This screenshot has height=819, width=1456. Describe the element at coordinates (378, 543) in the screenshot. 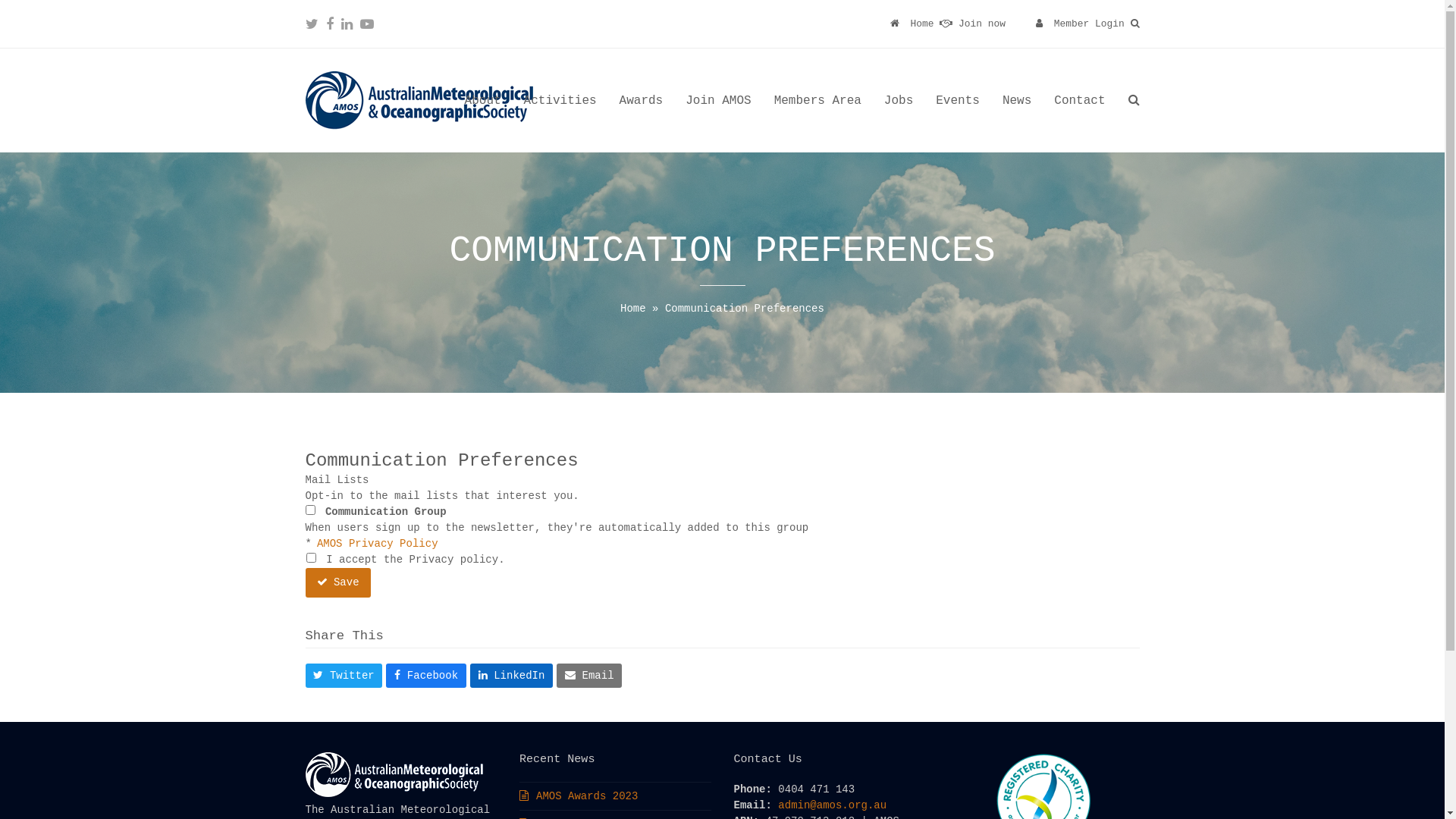

I see `'AMOS Privacy Policy'` at that location.